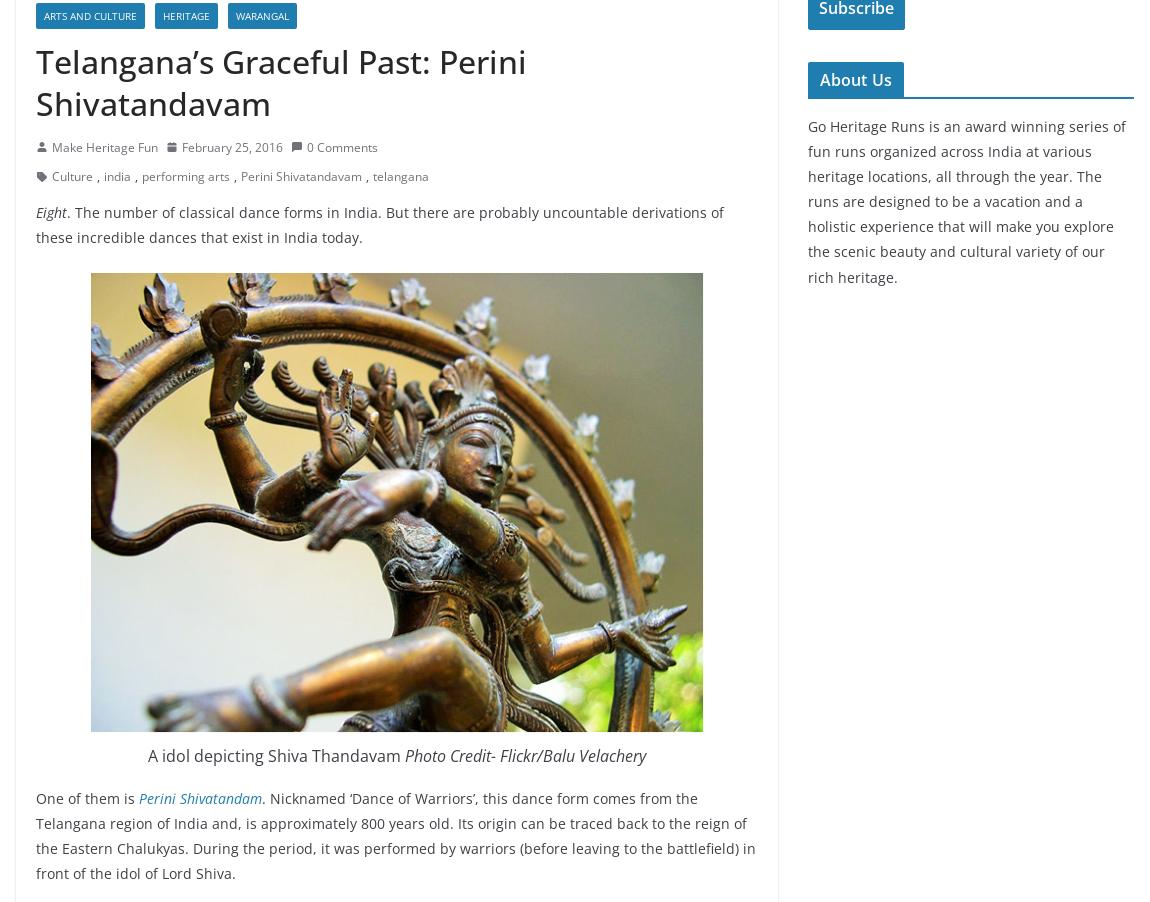 This screenshot has width=1150, height=902. What do you see at coordinates (280, 81) in the screenshot?
I see `'Telangana’s Graceful Past: Perini Shivatandavam'` at bounding box center [280, 81].